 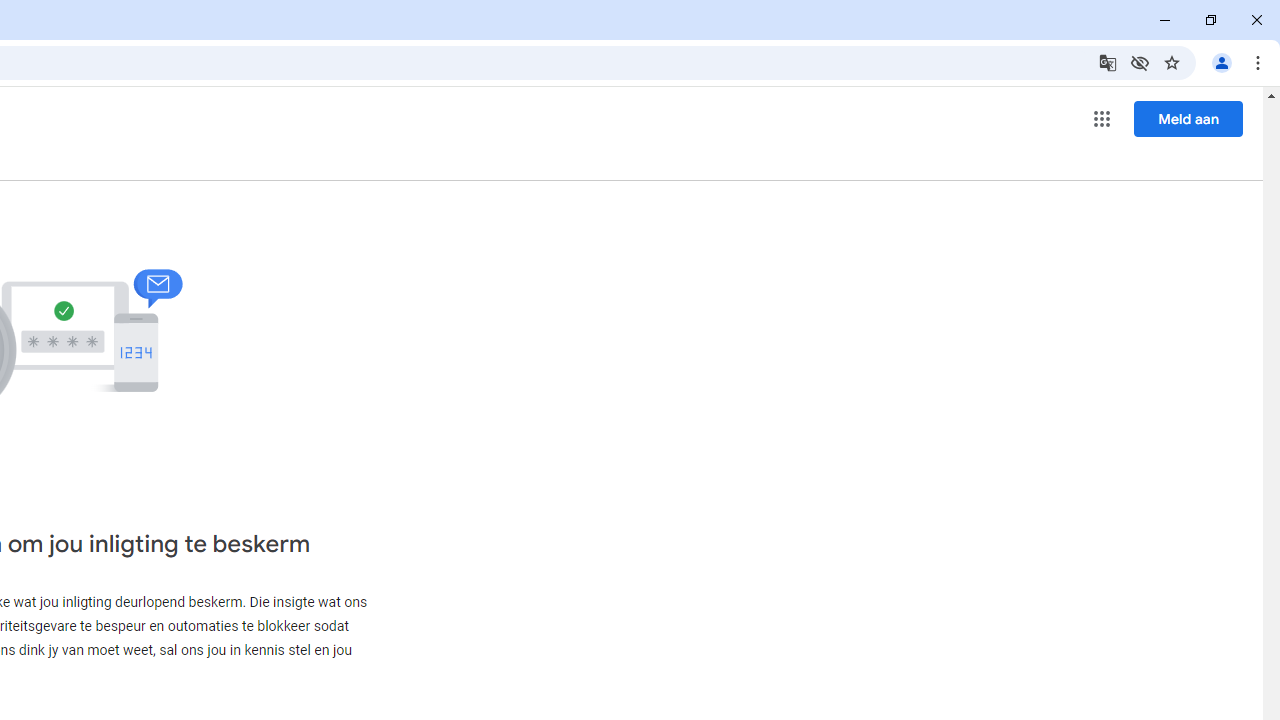 What do you see at coordinates (1188, 118) in the screenshot?
I see `'Meld aan'` at bounding box center [1188, 118].